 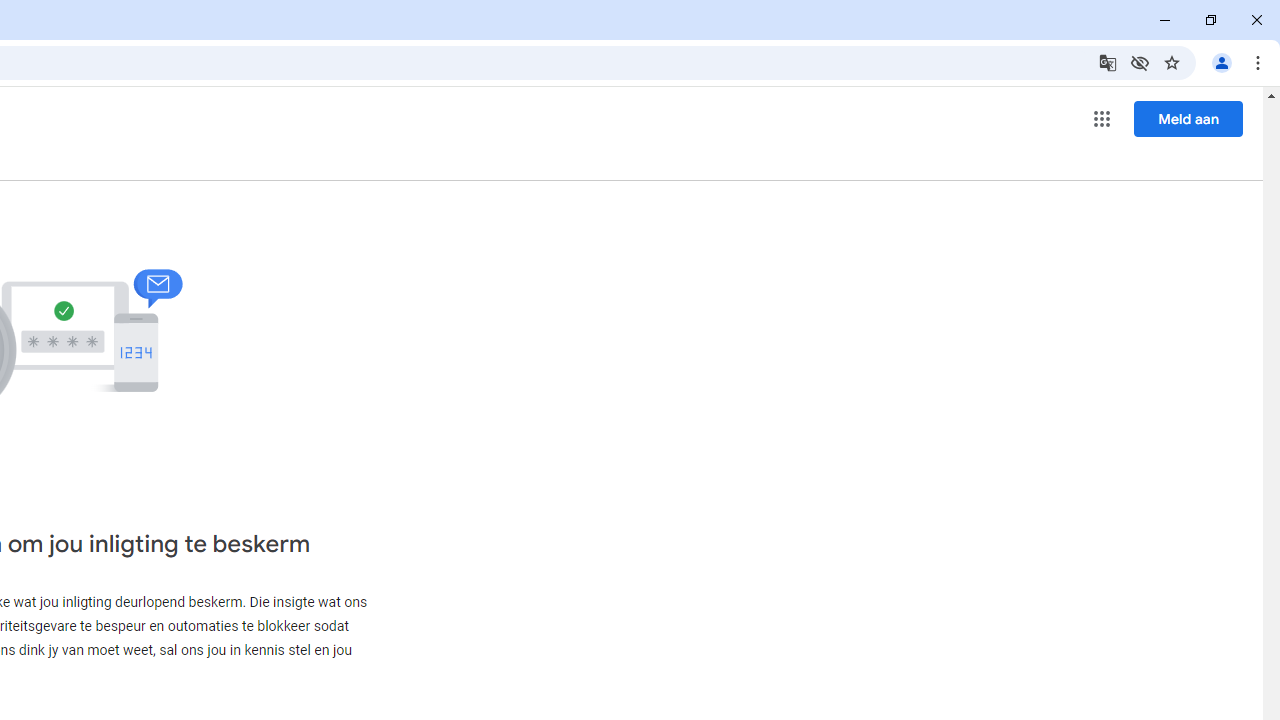 What do you see at coordinates (1188, 118) in the screenshot?
I see `'Meld aan'` at bounding box center [1188, 118].